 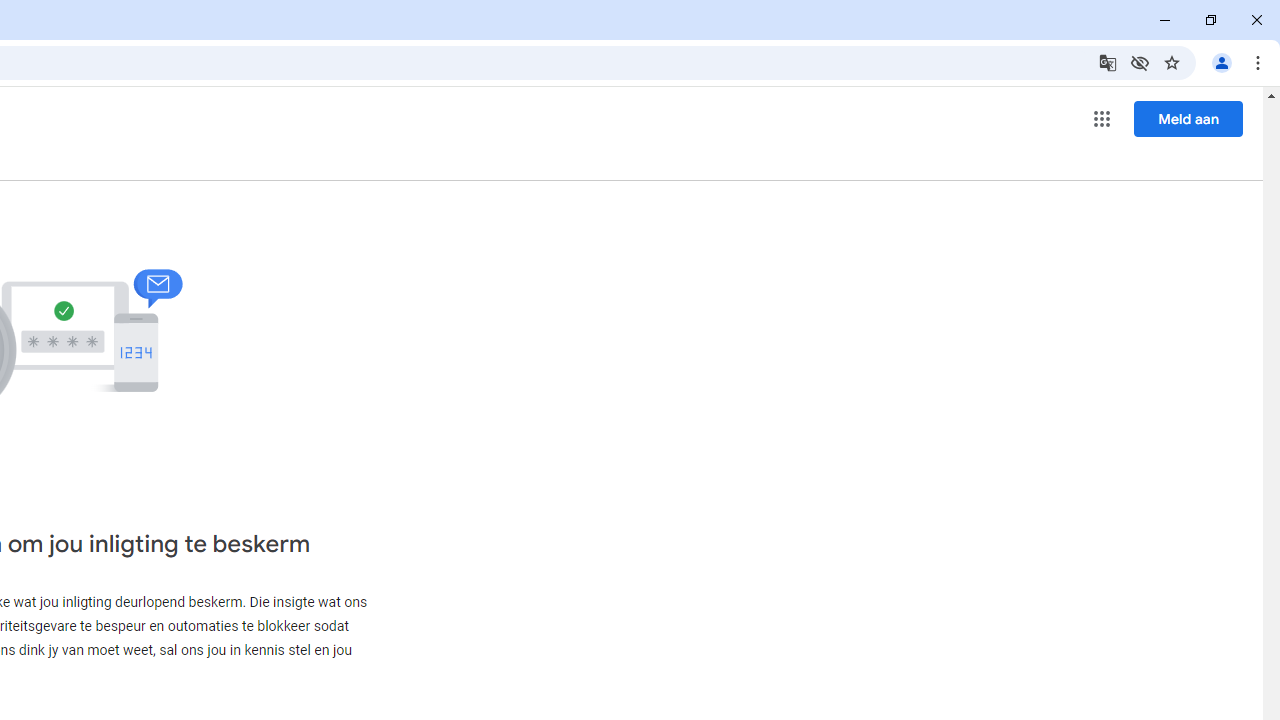 What do you see at coordinates (1188, 118) in the screenshot?
I see `'Meld aan'` at bounding box center [1188, 118].